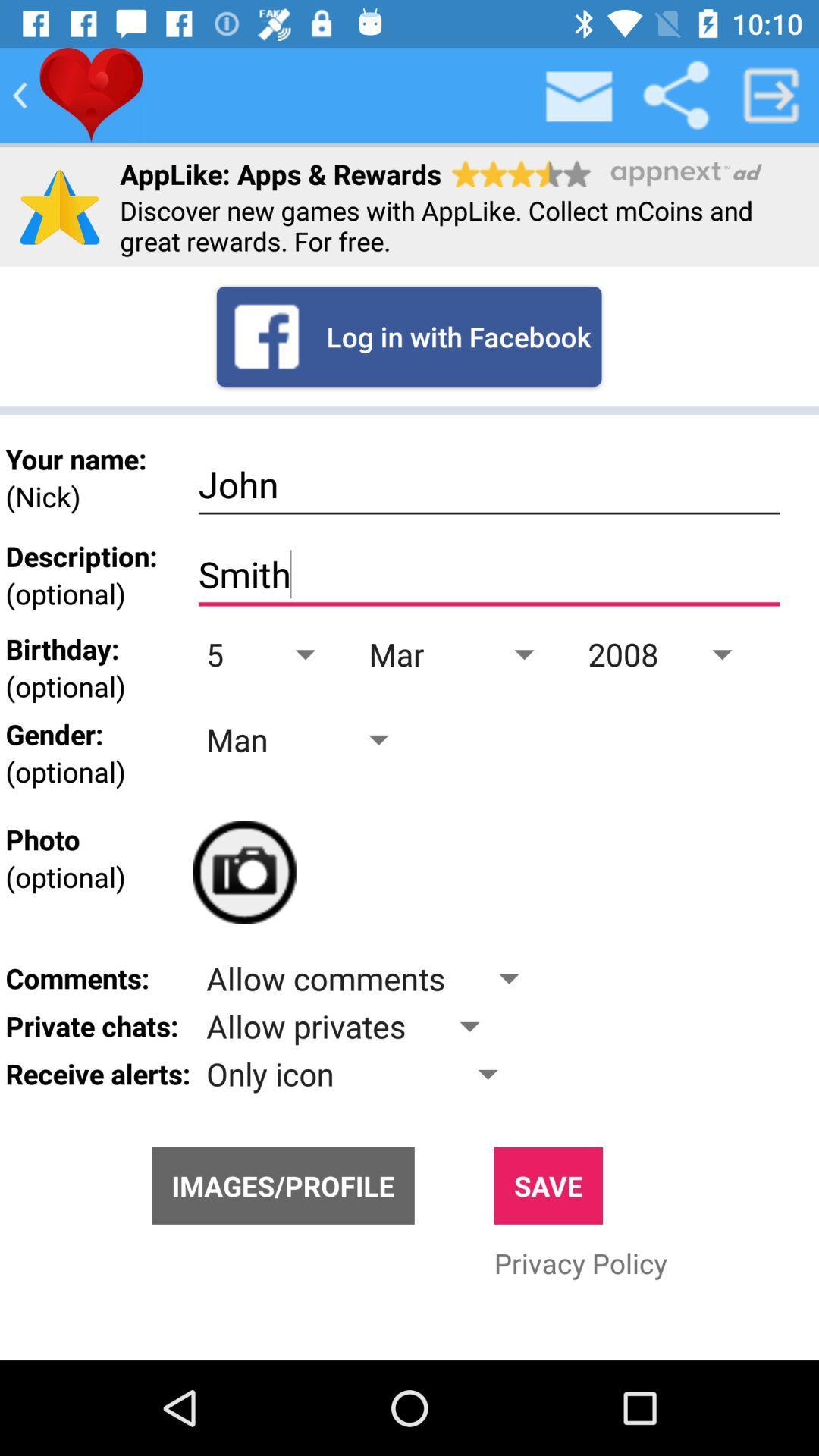 The height and width of the screenshot is (1456, 819). I want to click on phtoto, so click(243, 872).